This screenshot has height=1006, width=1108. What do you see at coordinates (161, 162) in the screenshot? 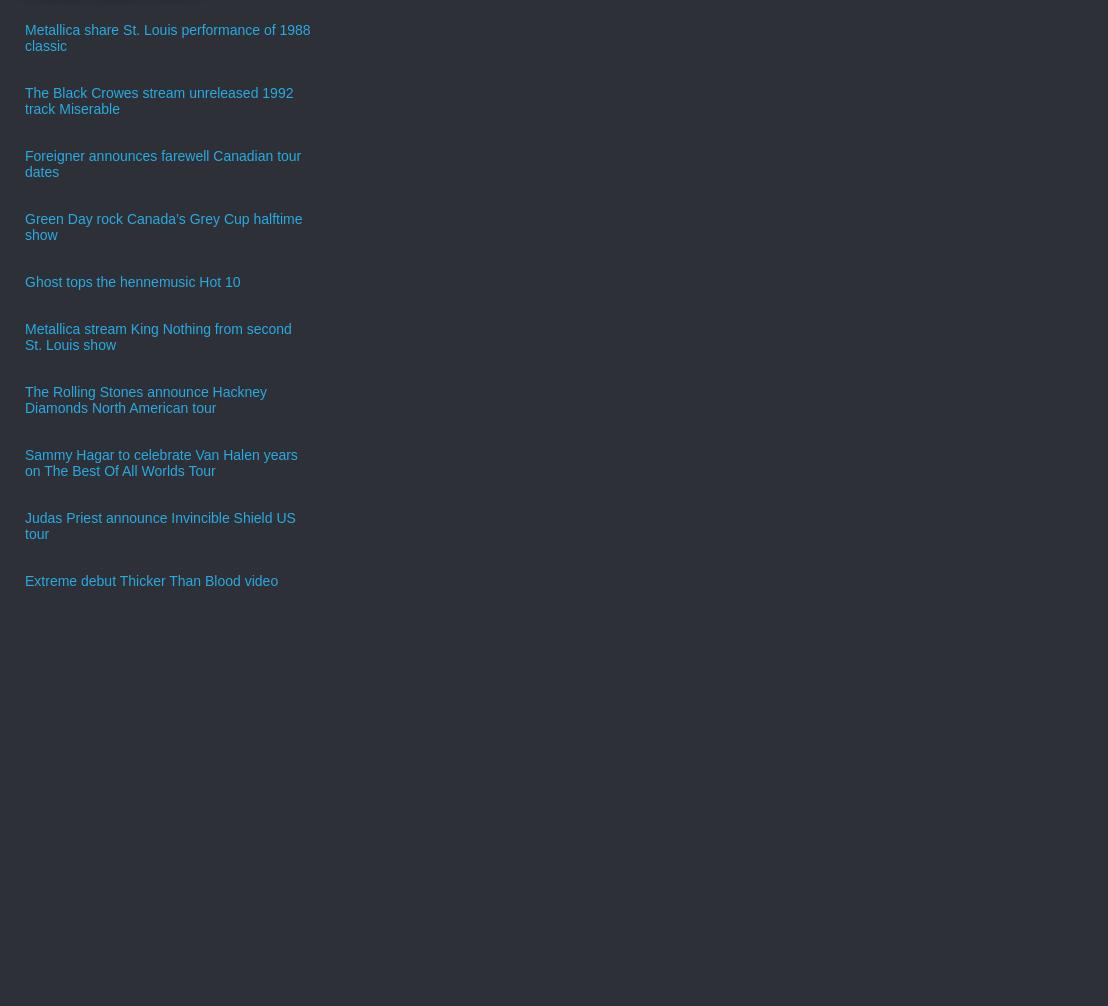
I see `'Foreigner announces farewell Canadian tour dates'` at bounding box center [161, 162].